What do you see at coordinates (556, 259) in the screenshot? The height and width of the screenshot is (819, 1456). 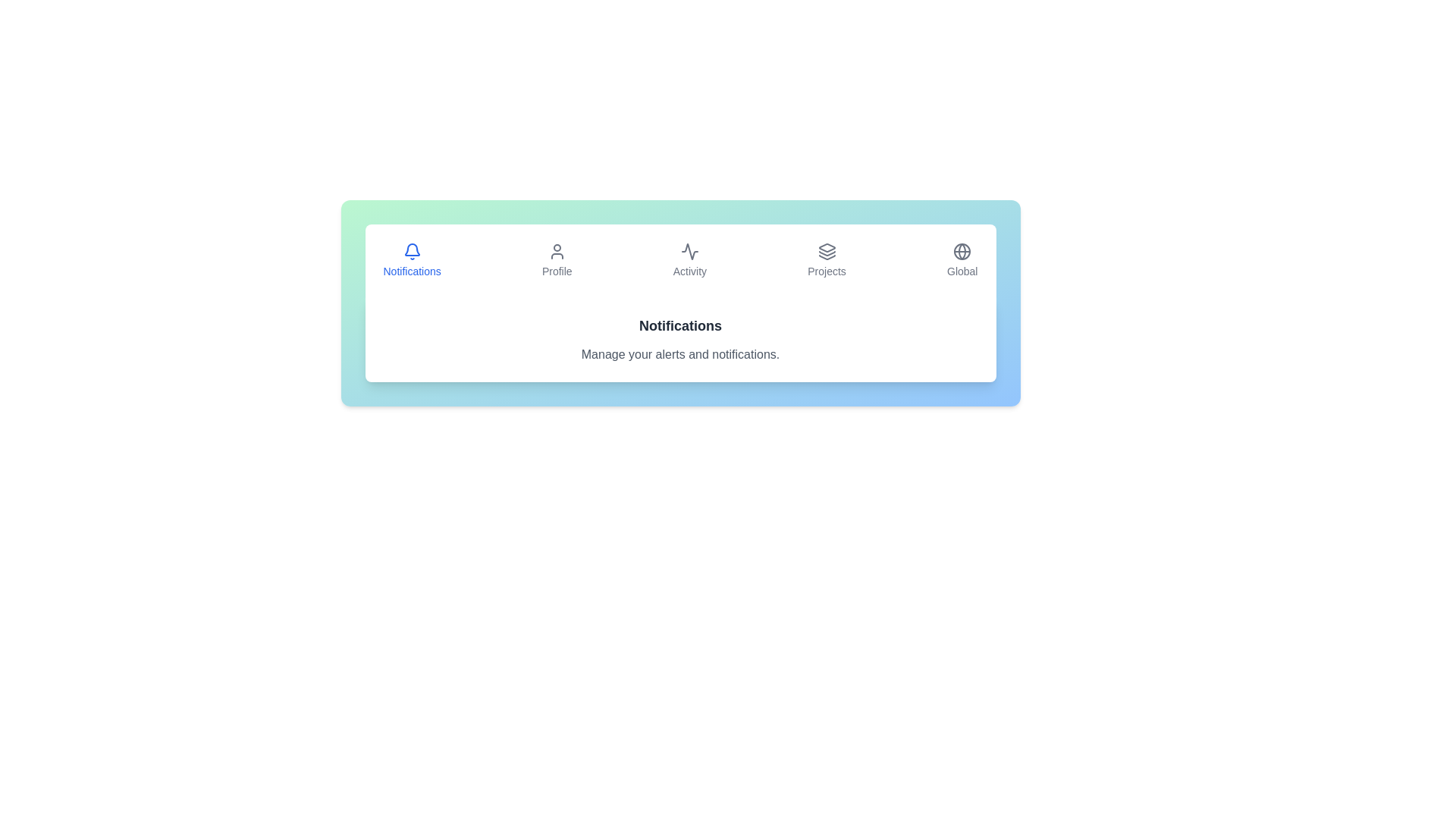 I see `the Profile tab by clicking on its button` at bounding box center [556, 259].